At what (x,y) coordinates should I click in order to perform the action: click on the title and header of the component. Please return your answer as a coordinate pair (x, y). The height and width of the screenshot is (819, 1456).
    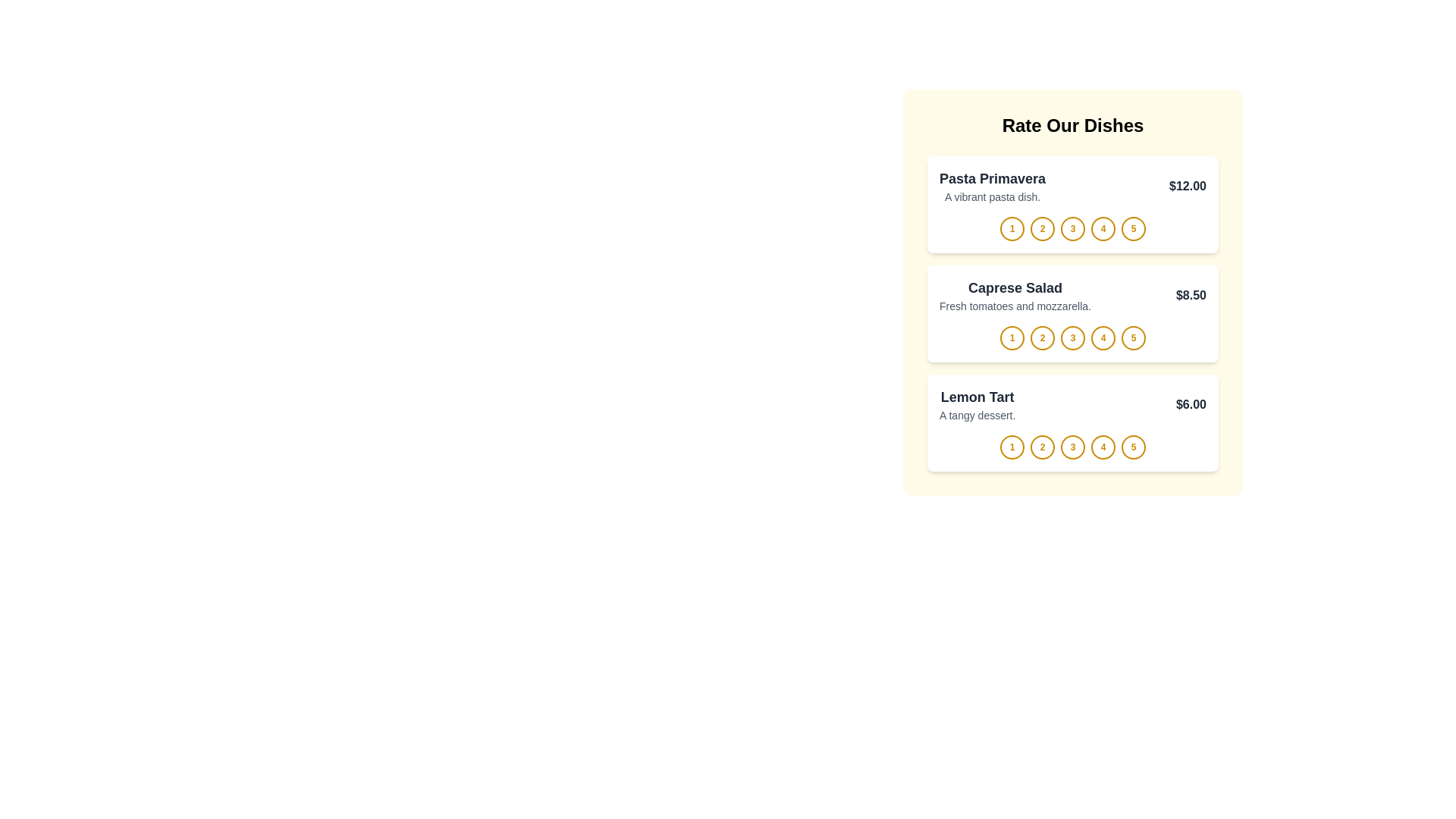
    Looking at the image, I should click on (1072, 124).